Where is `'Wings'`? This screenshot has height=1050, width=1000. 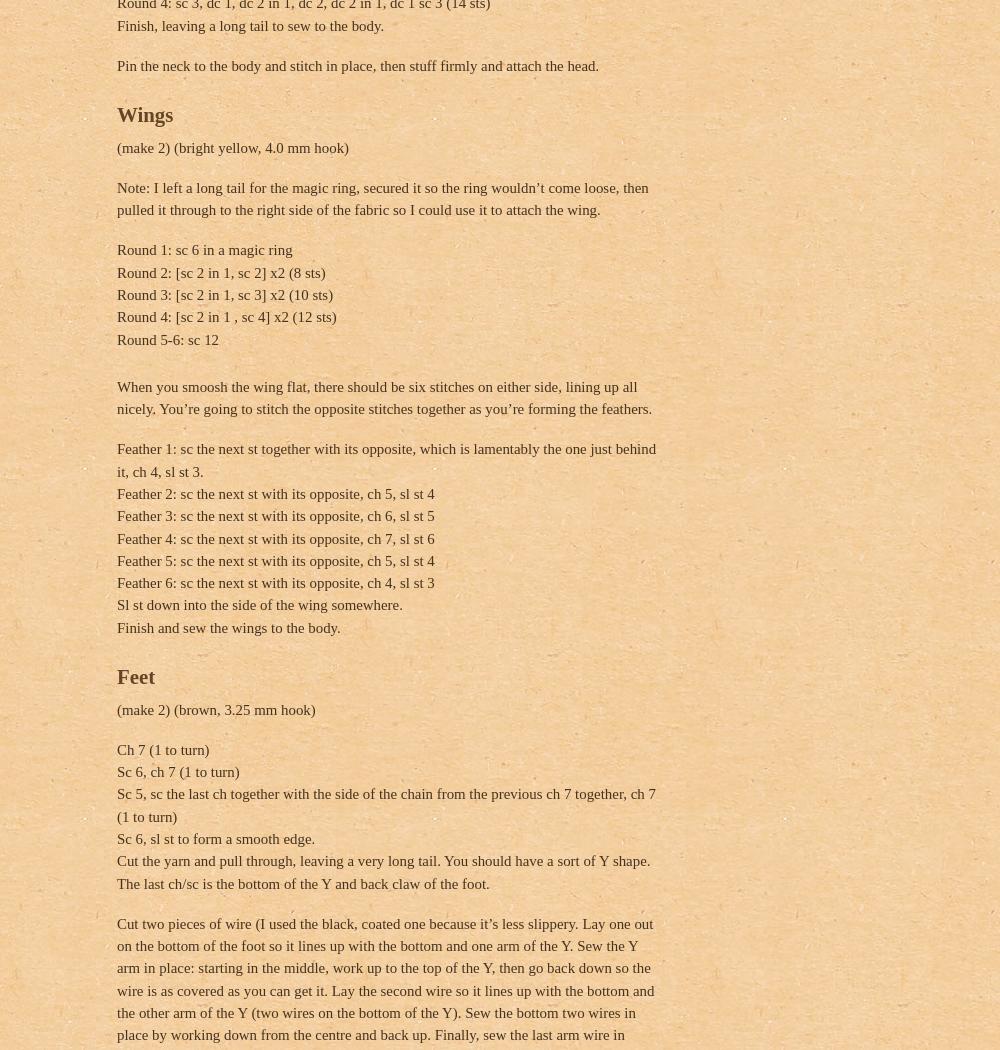 'Wings' is located at coordinates (145, 113).